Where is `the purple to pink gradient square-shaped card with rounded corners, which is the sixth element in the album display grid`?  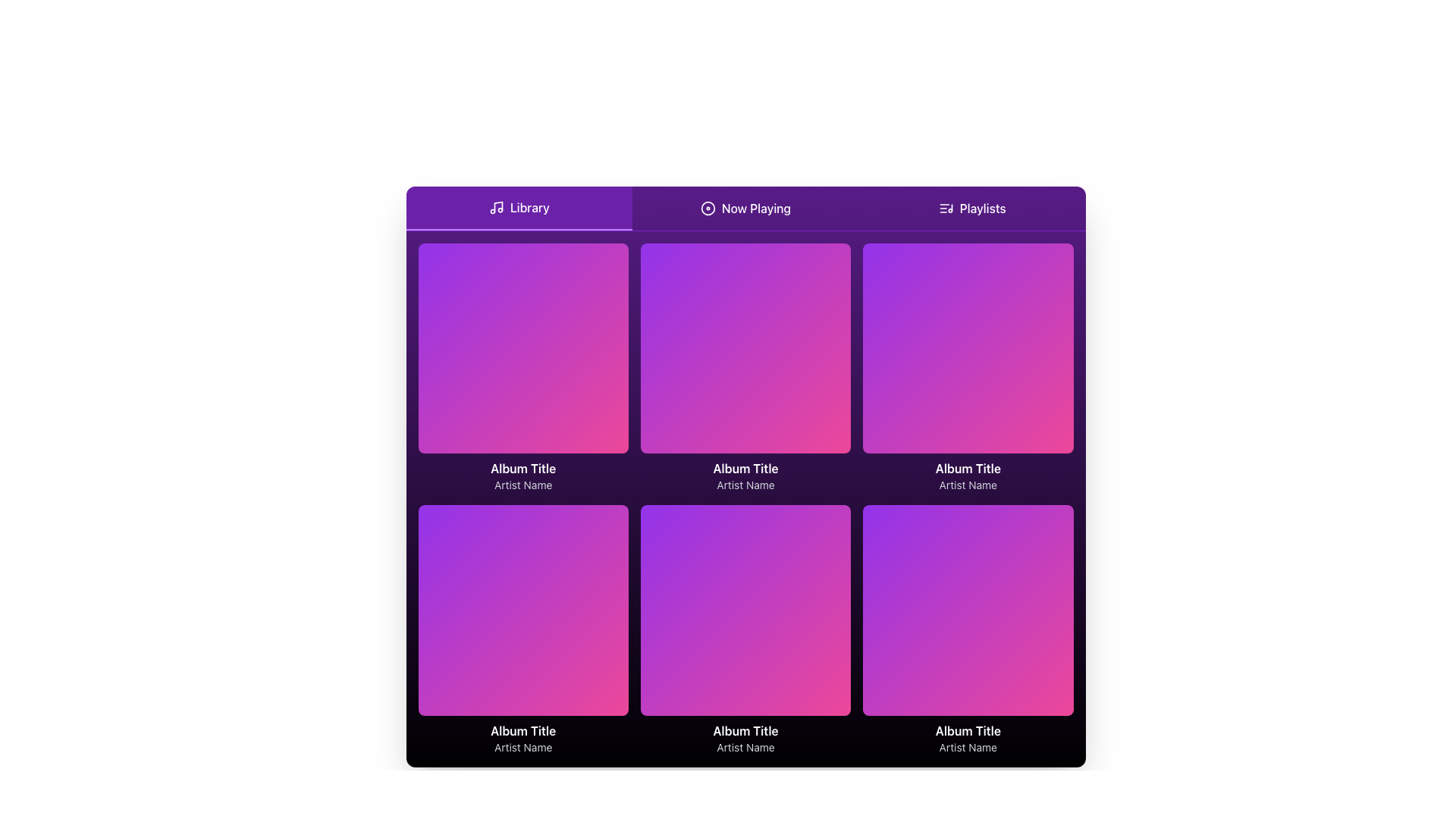 the purple to pink gradient square-shaped card with rounded corners, which is the sixth element in the album display grid is located at coordinates (967, 610).